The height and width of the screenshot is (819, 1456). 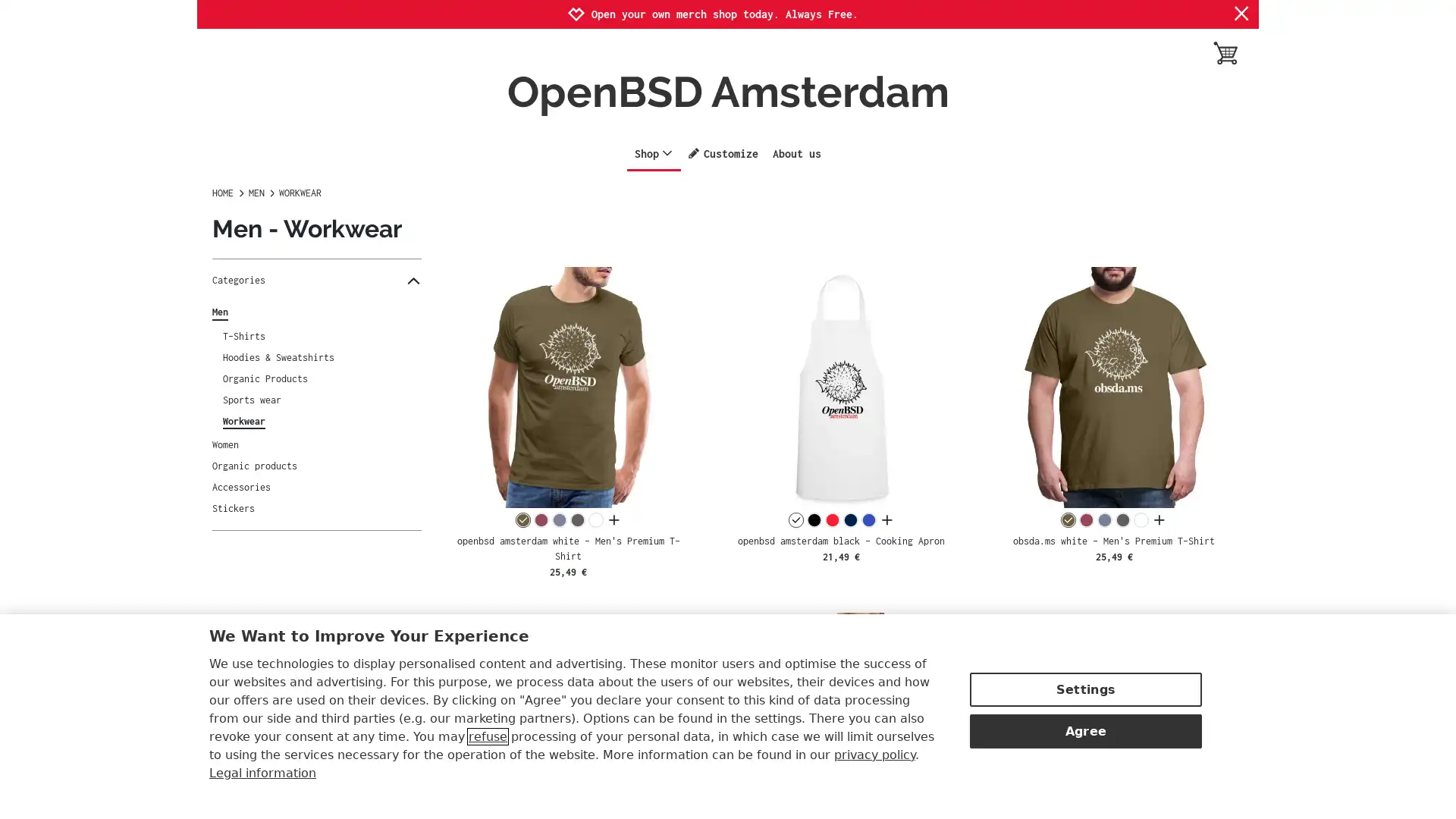 What do you see at coordinates (831, 519) in the screenshot?
I see `red` at bounding box center [831, 519].